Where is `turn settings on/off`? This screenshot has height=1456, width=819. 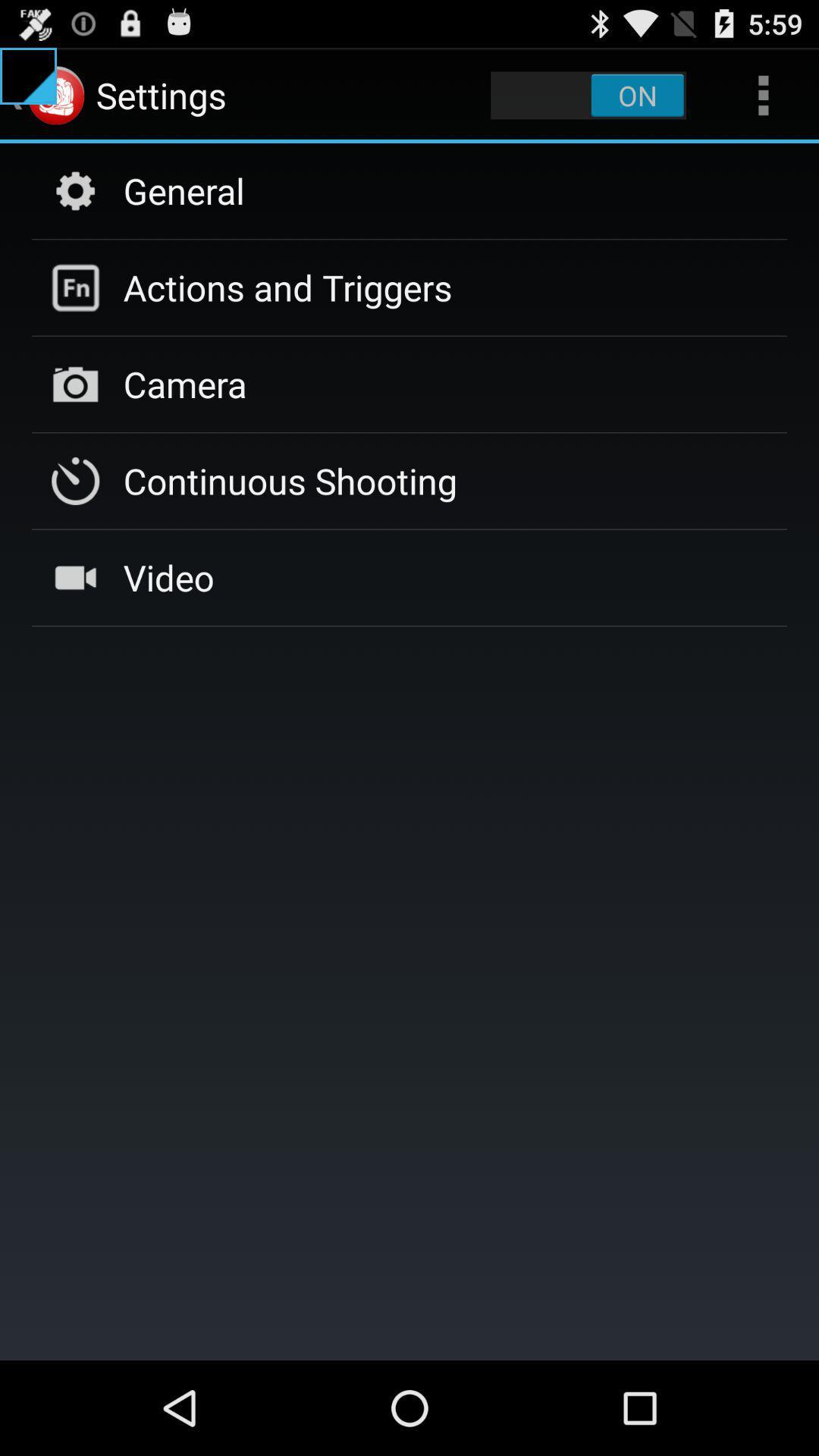 turn settings on/off is located at coordinates (588, 94).